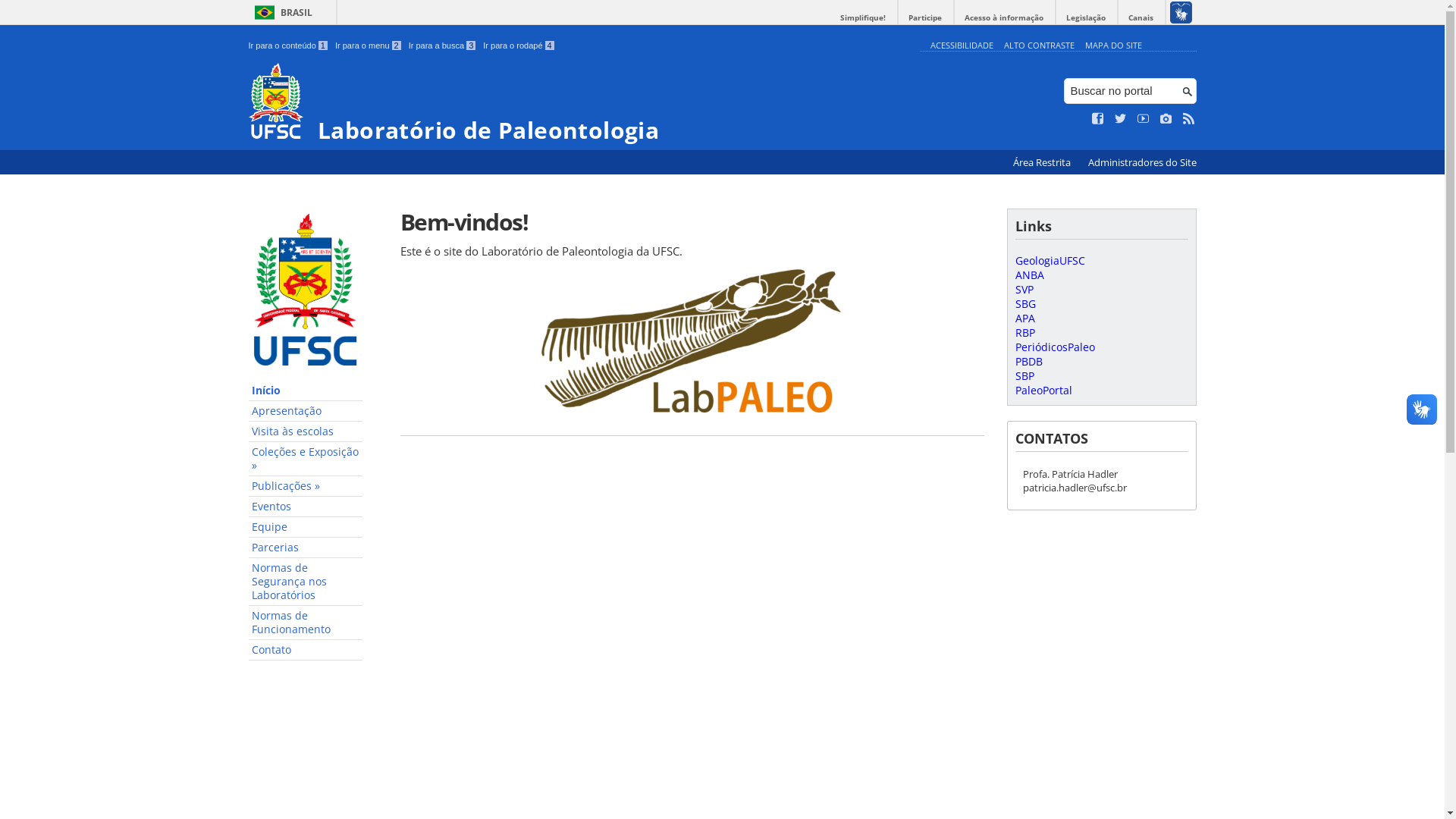 The width and height of the screenshot is (1456, 819). What do you see at coordinates (305, 526) in the screenshot?
I see `'Equipe'` at bounding box center [305, 526].